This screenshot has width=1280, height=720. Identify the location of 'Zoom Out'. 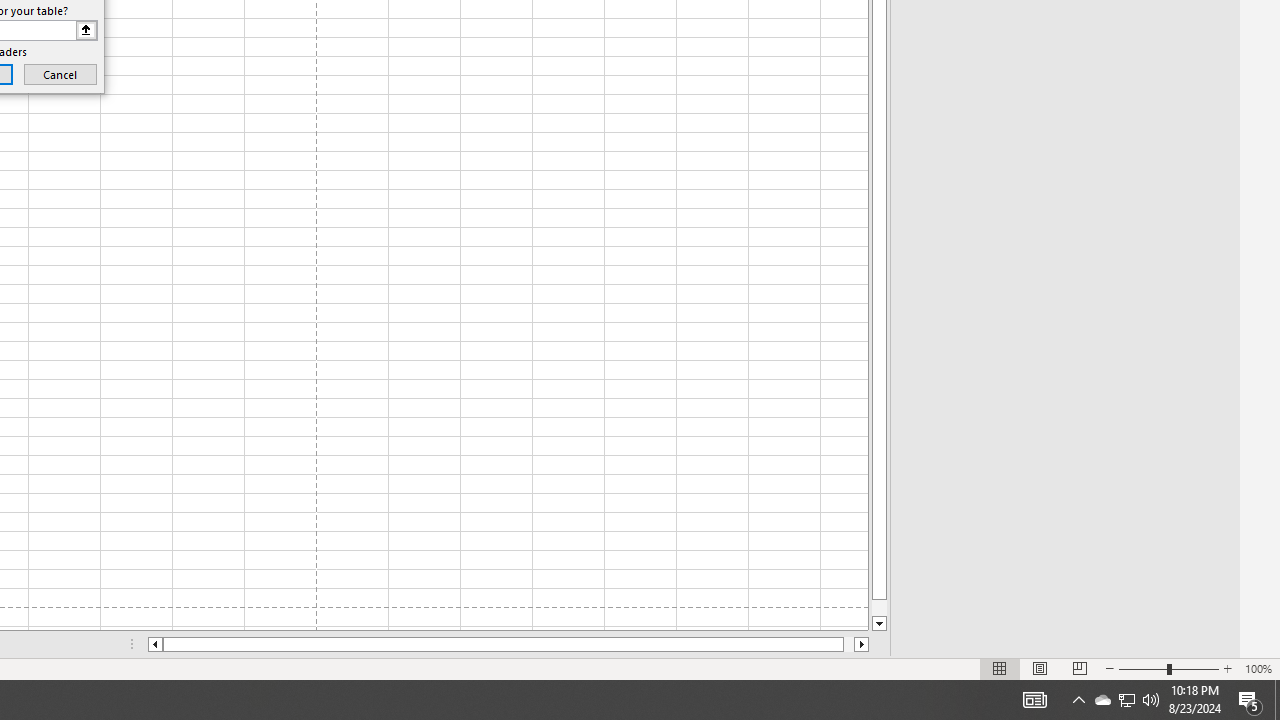
(1143, 669).